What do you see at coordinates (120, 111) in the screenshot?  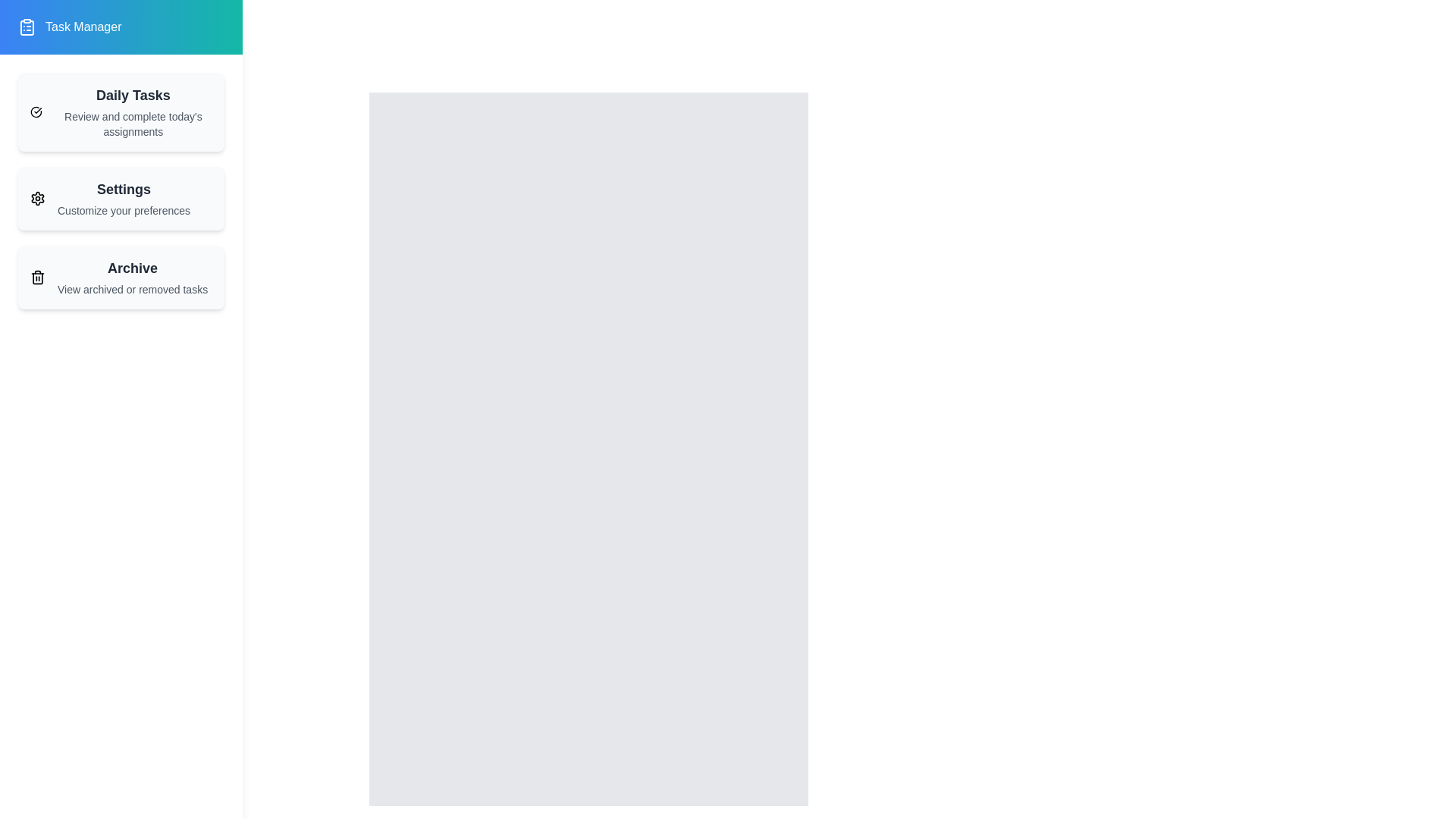 I see `the 'Daily Tasks' item to interact with it` at bounding box center [120, 111].